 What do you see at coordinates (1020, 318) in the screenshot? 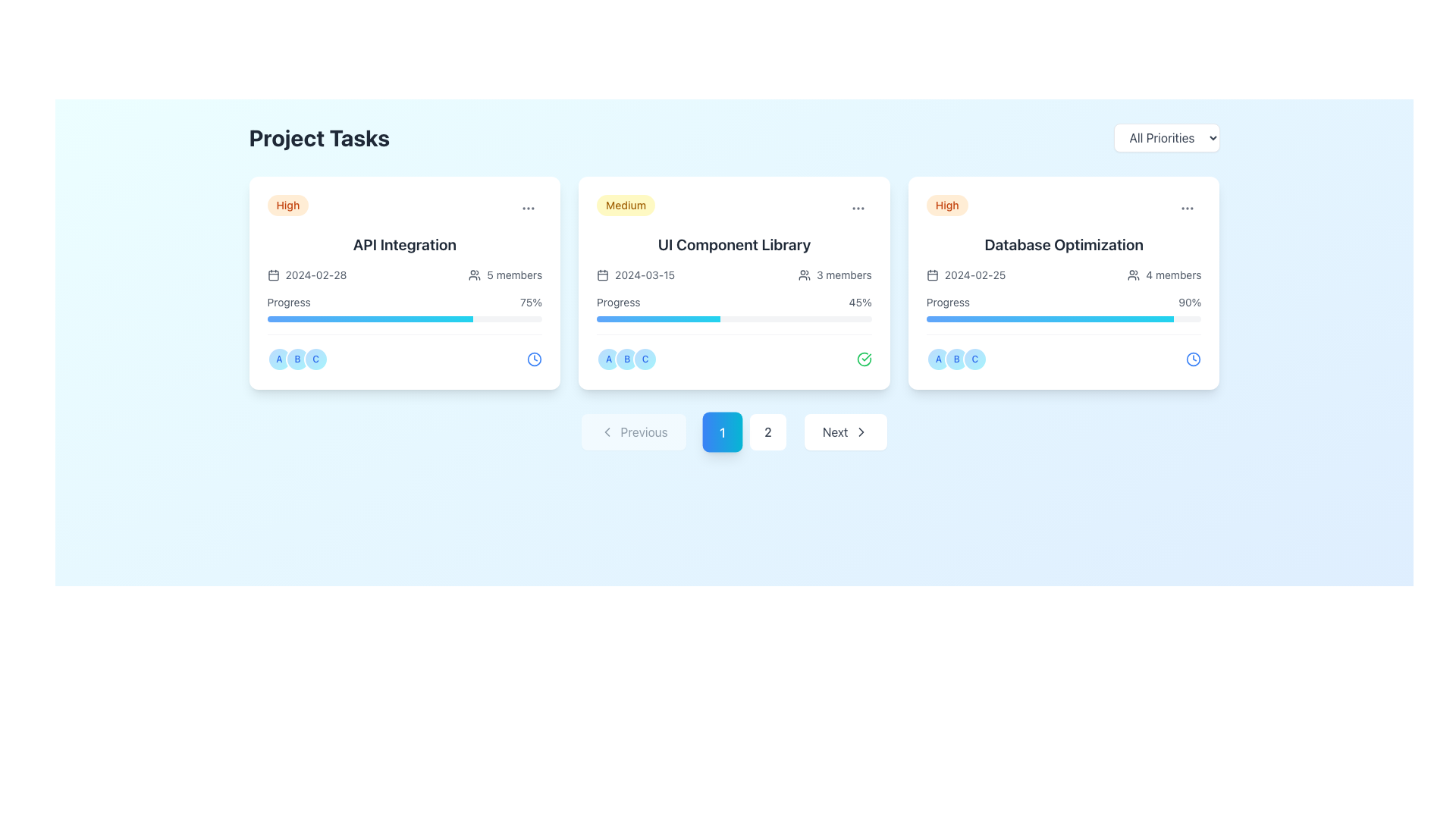
I see `progress` at bounding box center [1020, 318].